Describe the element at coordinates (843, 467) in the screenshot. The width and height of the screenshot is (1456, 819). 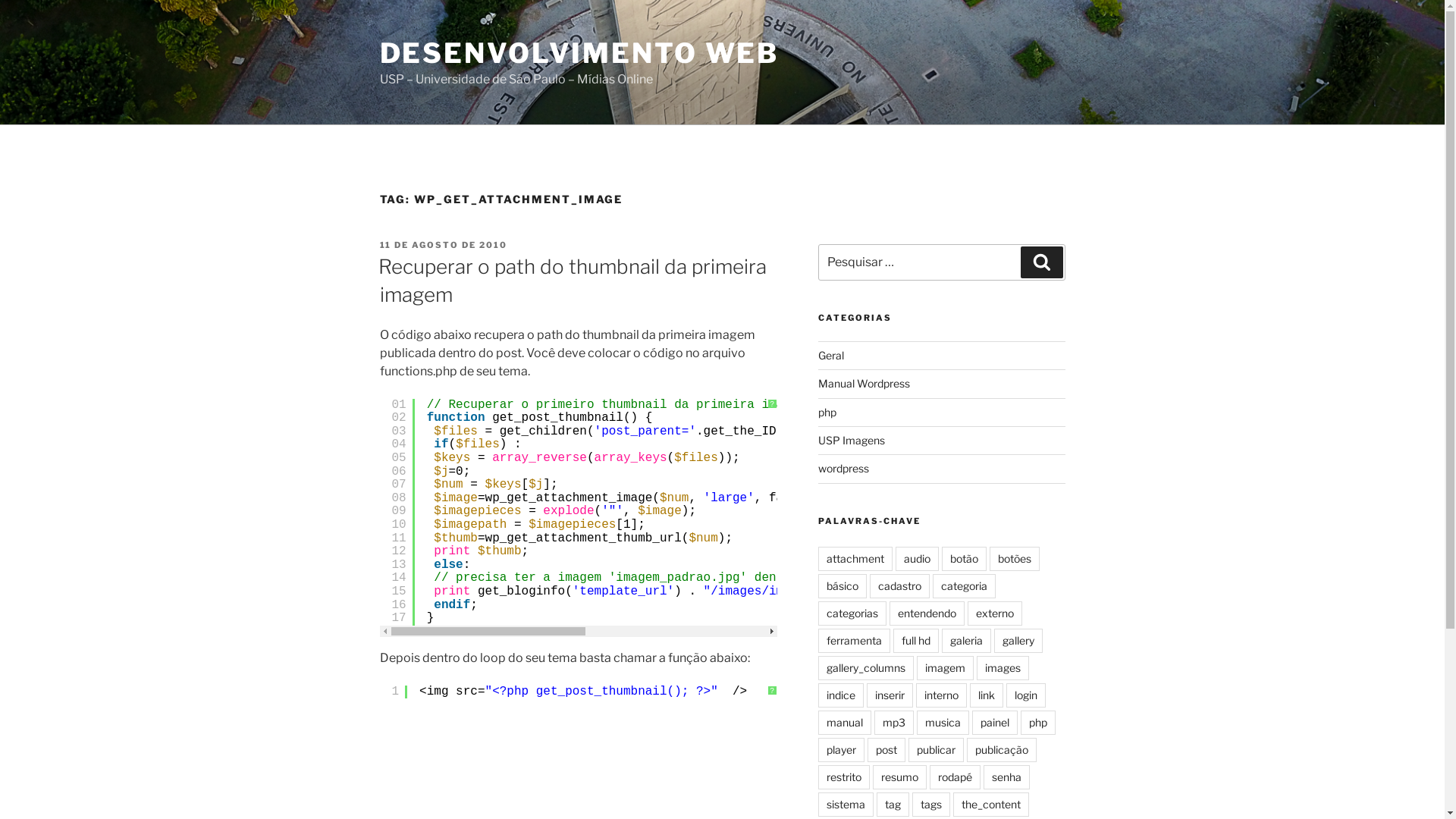
I see `'wordpress'` at that location.